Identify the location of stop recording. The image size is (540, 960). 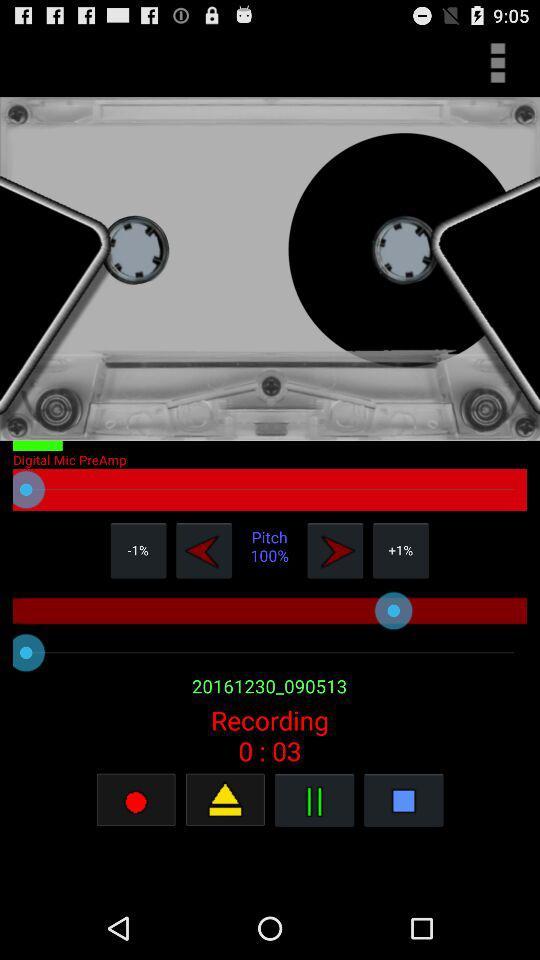
(135, 799).